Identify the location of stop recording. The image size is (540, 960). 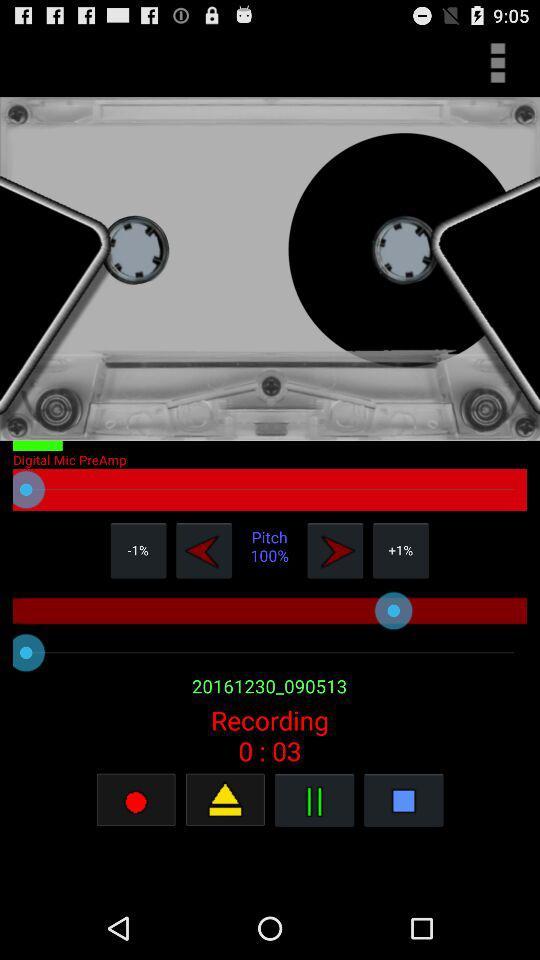
(135, 799).